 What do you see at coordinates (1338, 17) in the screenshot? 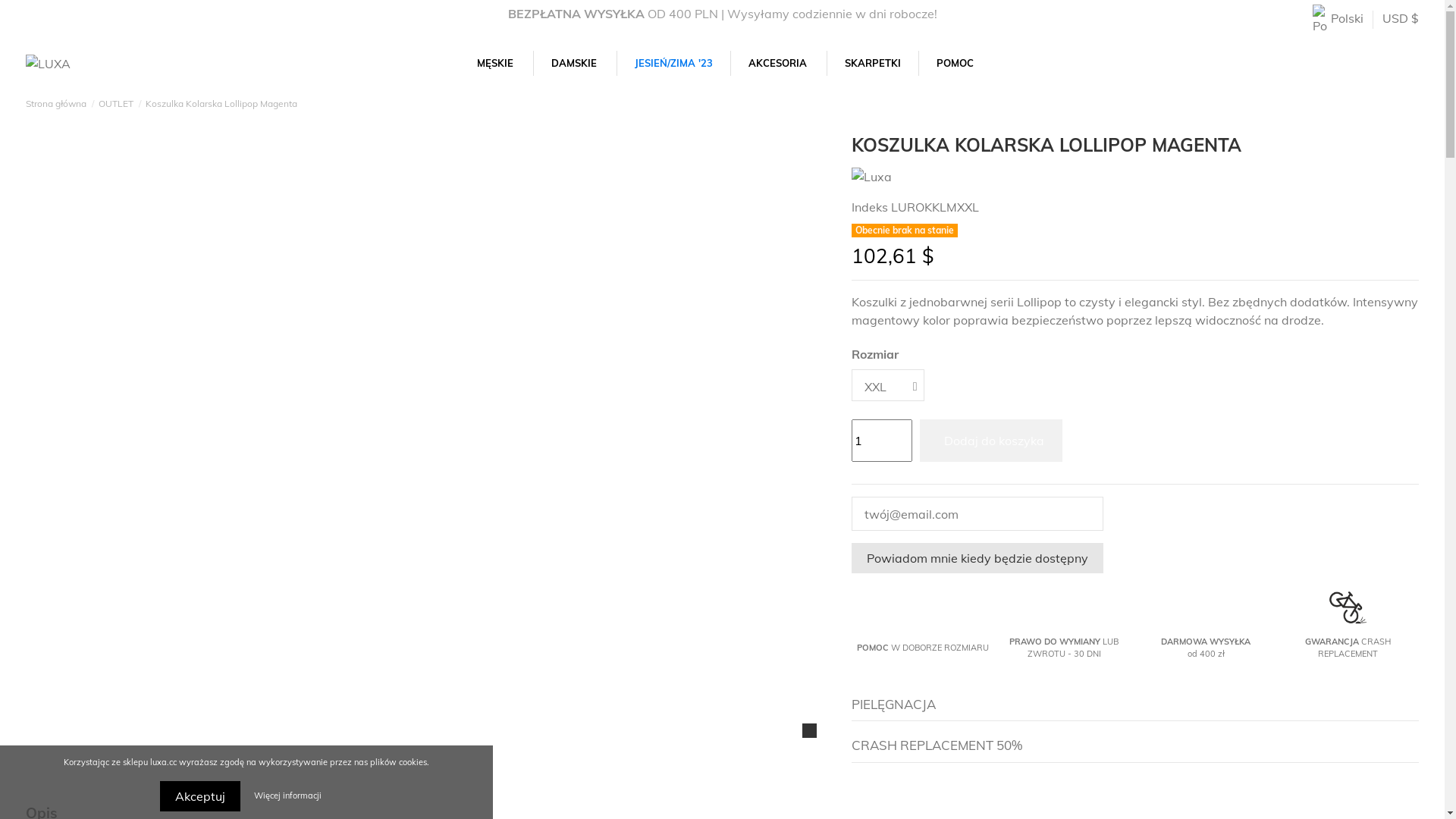
I see `'Polski'` at bounding box center [1338, 17].